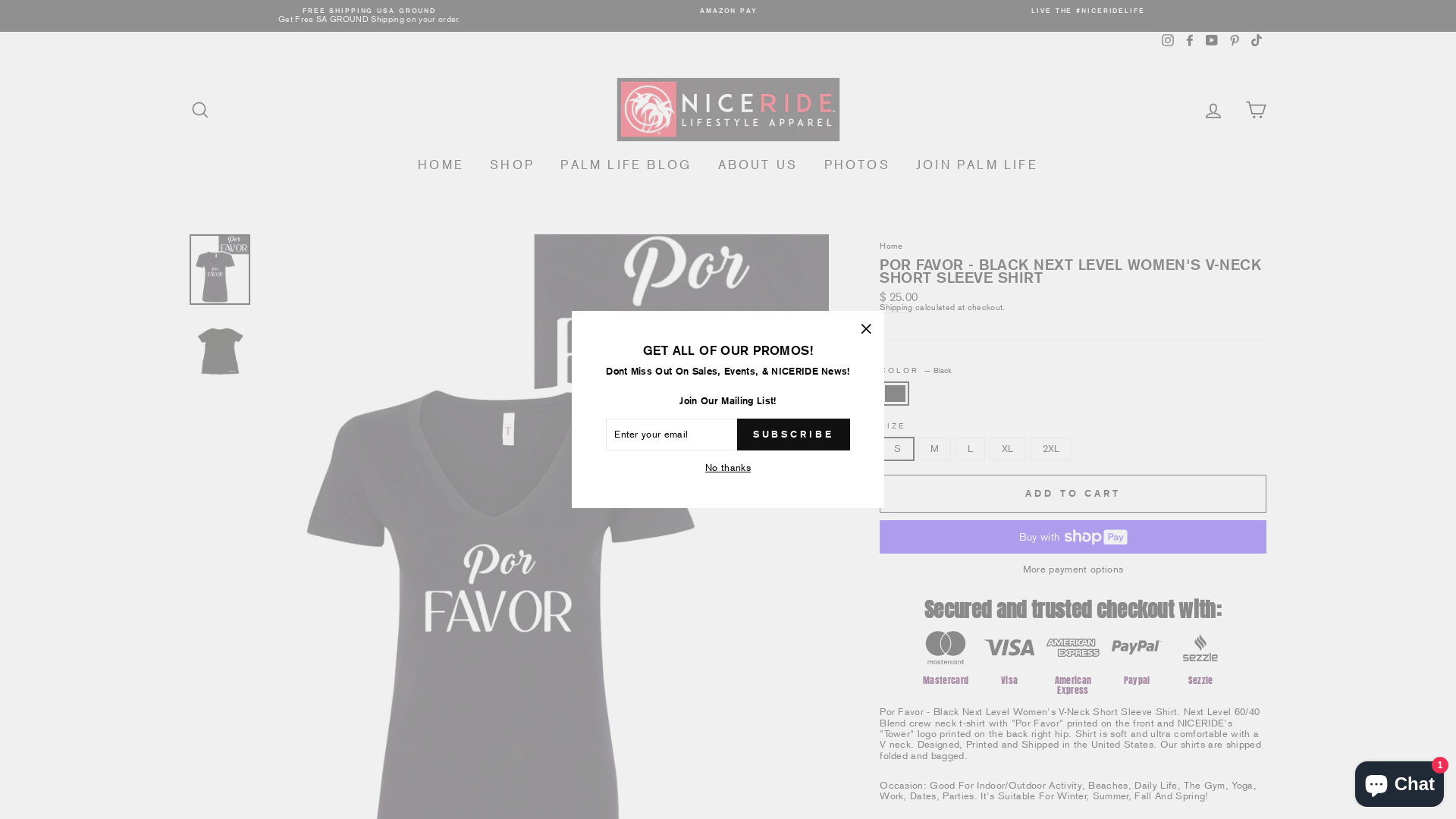 This screenshot has height=819, width=1456. Describe the element at coordinates (866, 328) in the screenshot. I see `'"Close (esc)"'` at that location.